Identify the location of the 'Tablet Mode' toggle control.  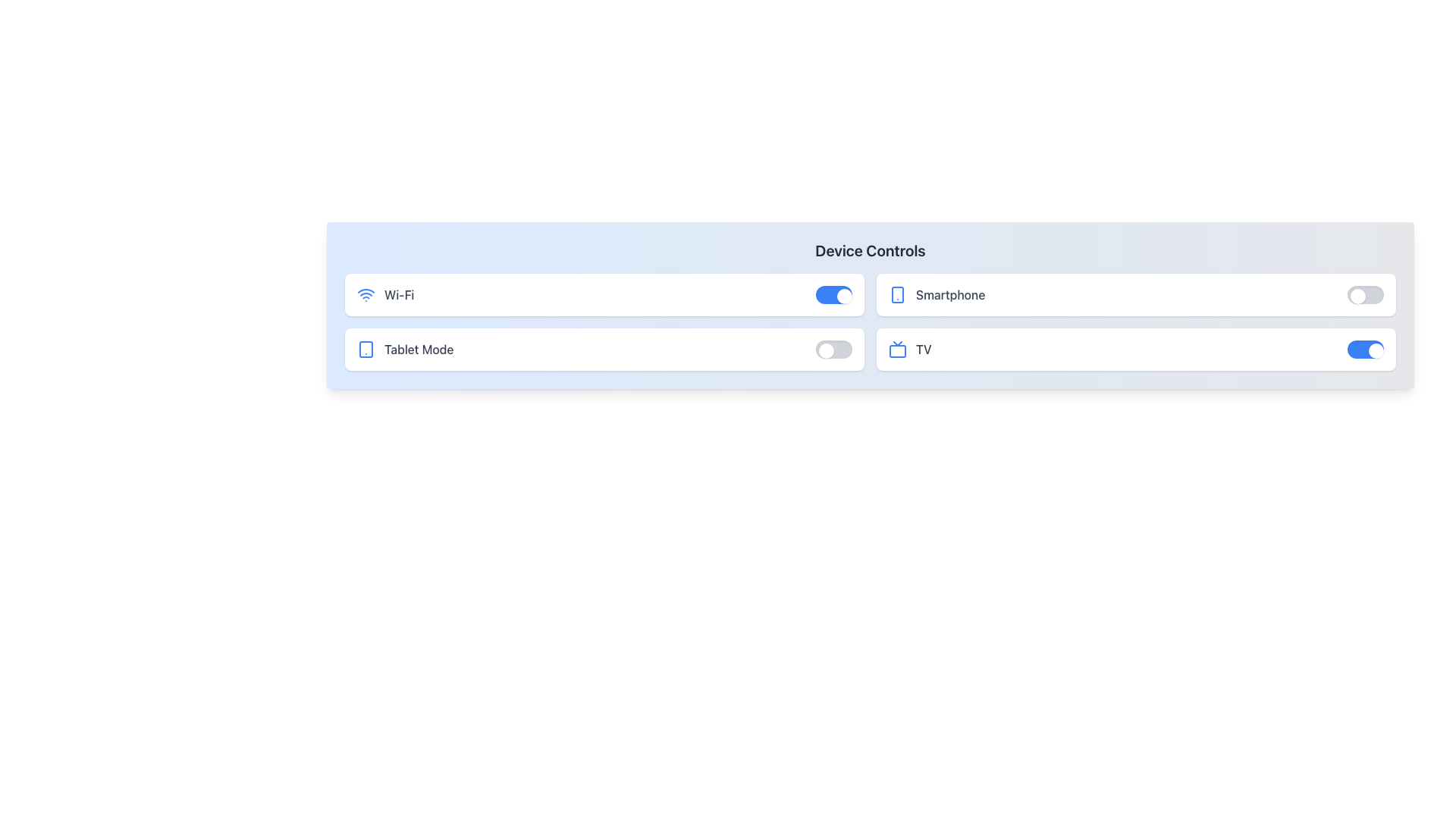
(604, 350).